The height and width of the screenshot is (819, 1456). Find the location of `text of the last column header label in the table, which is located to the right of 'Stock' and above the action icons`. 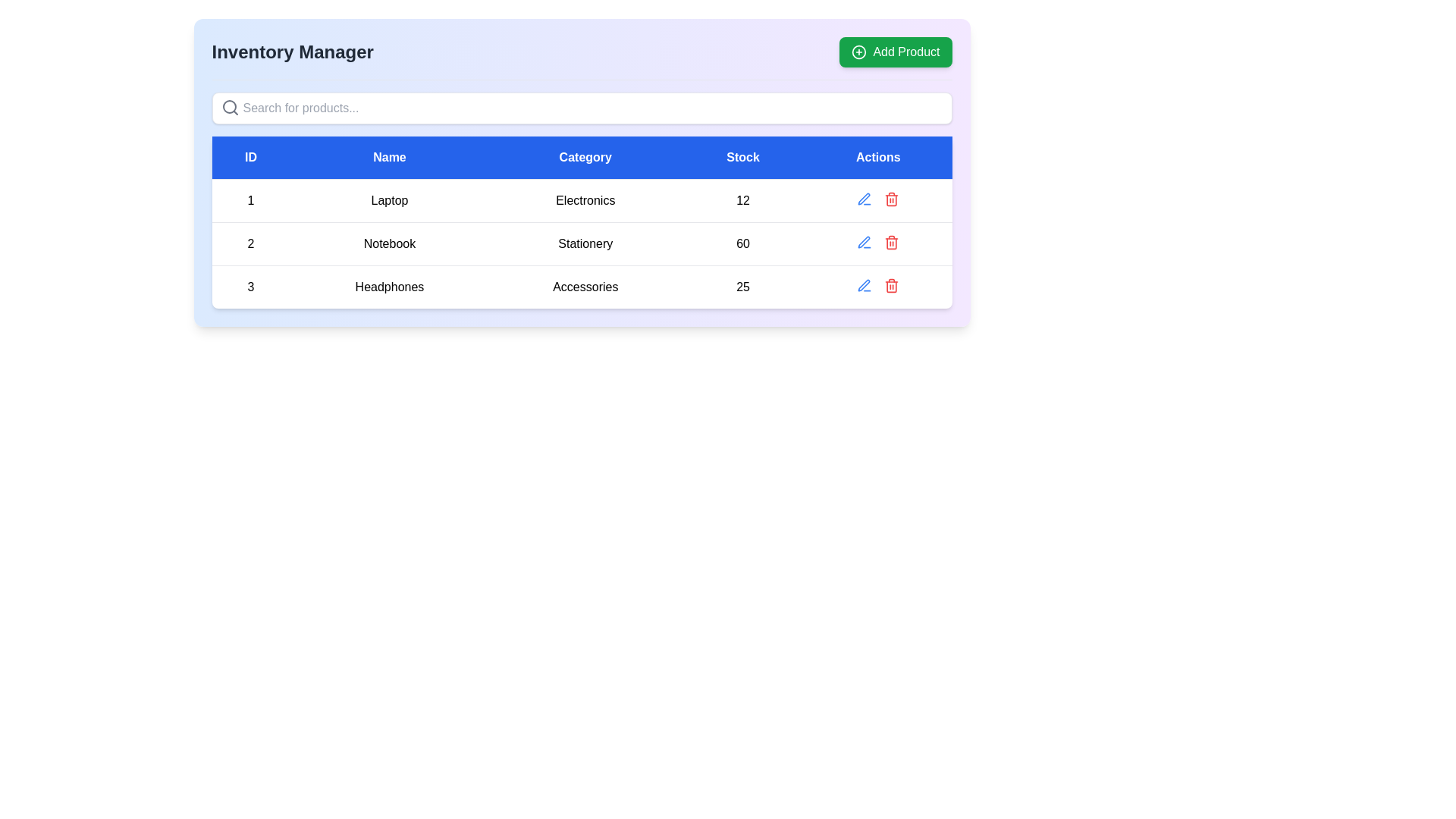

text of the last column header label in the table, which is located to the right of 'Stock' and above the action icons is located at coordinates (878, 158).